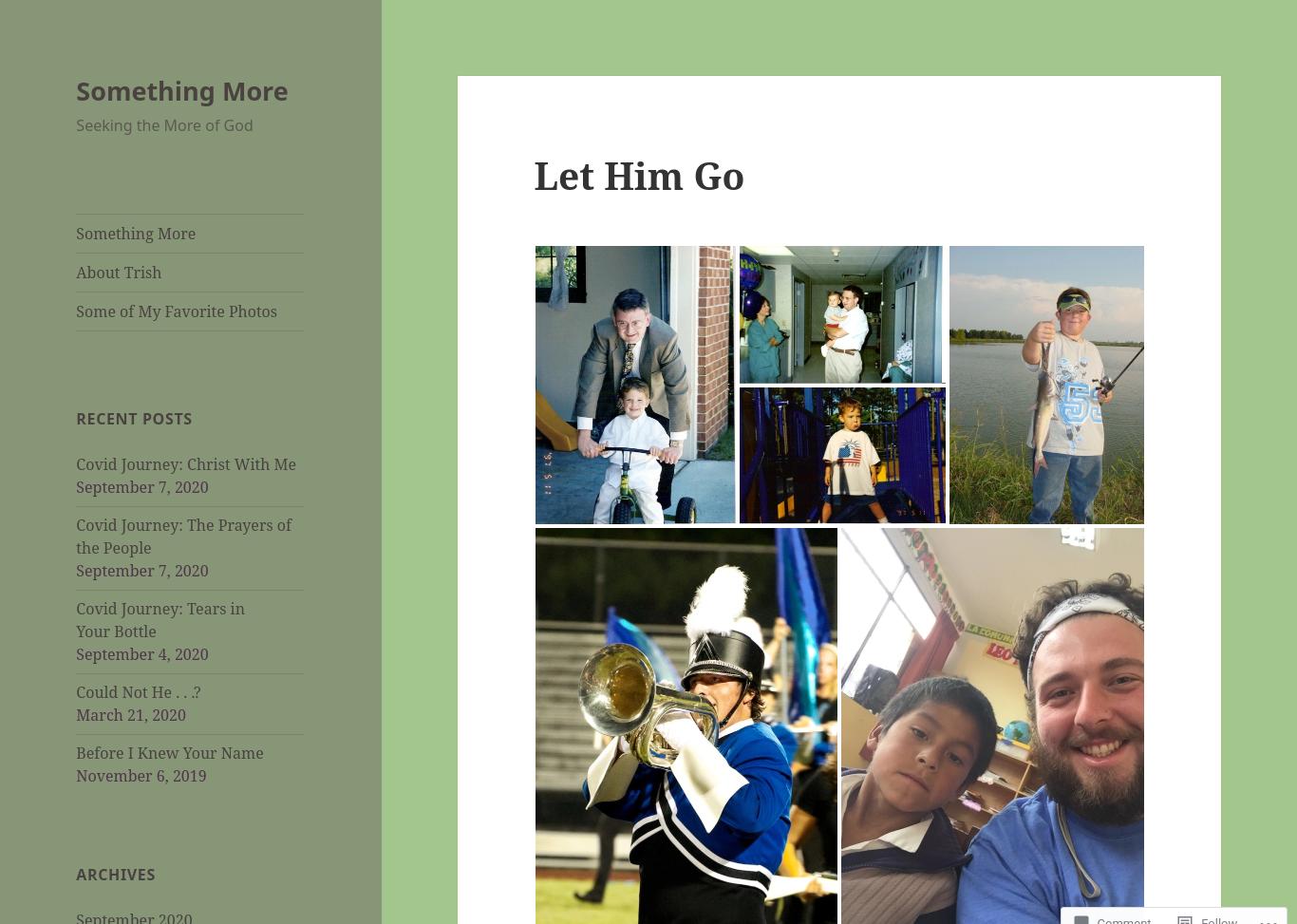 This screenshot has width=1297, height=924. What do you see at coordinates (76, 715) in the screenshot?
I see `'March 21, 2020'` at bounding box center [76, 715].